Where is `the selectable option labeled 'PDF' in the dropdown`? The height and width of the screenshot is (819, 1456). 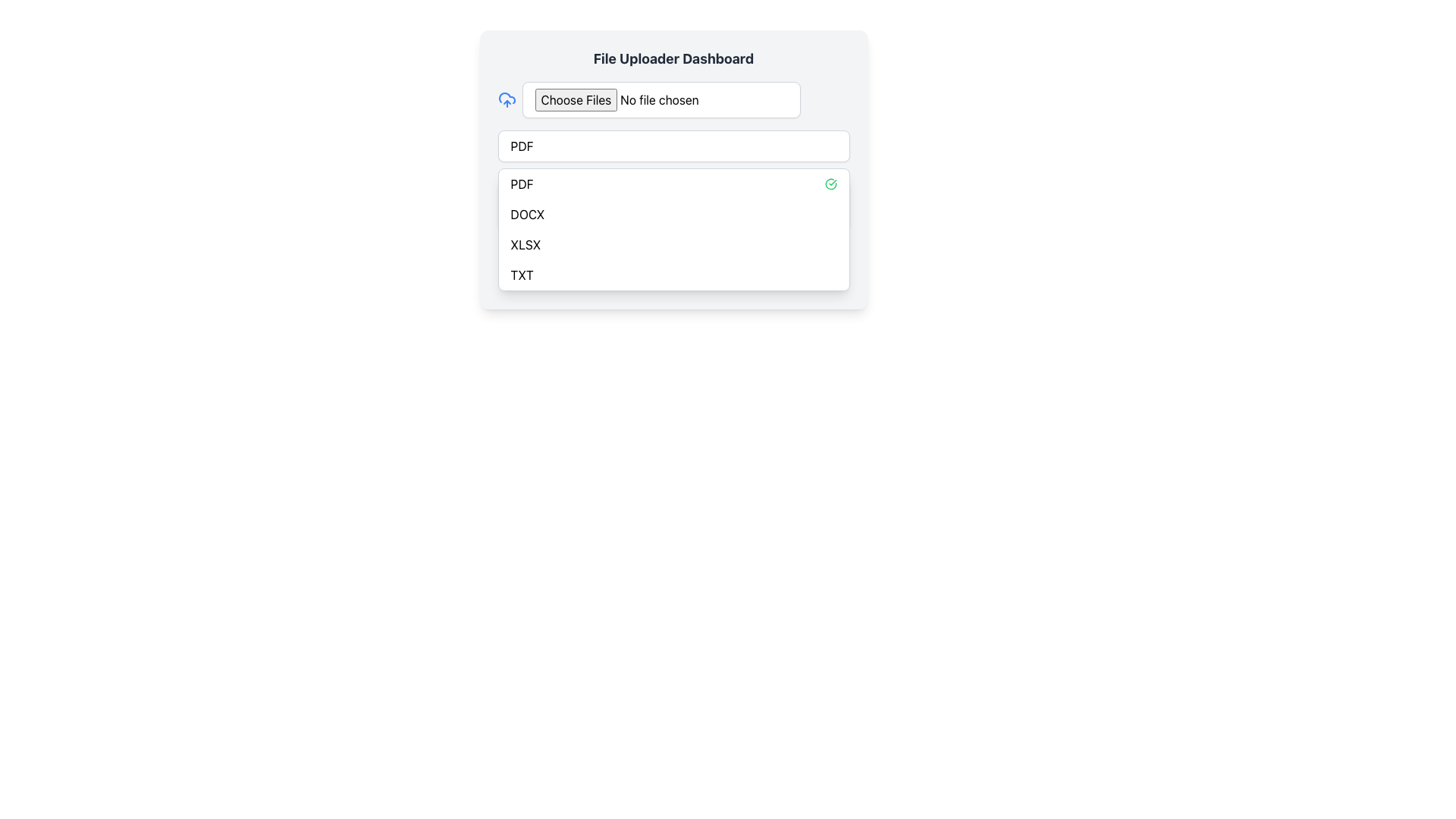 the selectable option labeled 'PDF' in the dropdown is located at coordinates (522, 184).